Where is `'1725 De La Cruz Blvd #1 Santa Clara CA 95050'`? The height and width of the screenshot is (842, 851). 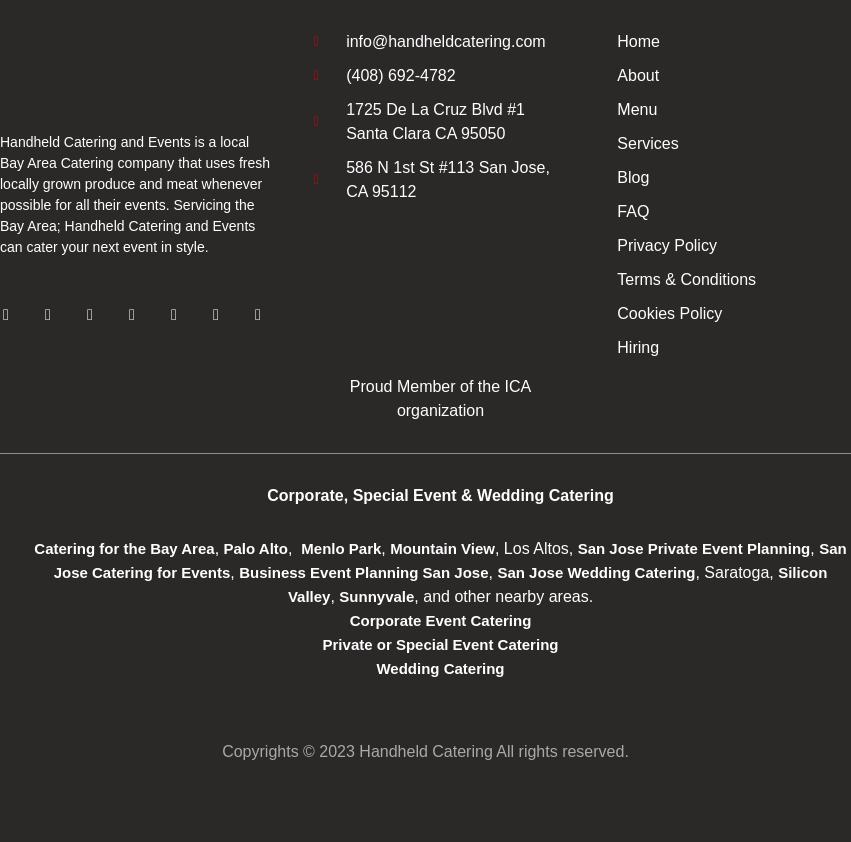 '1725 De La Cruz Blvd #1 Santa Clara CA 95050' is located at coordinates (435, 120).